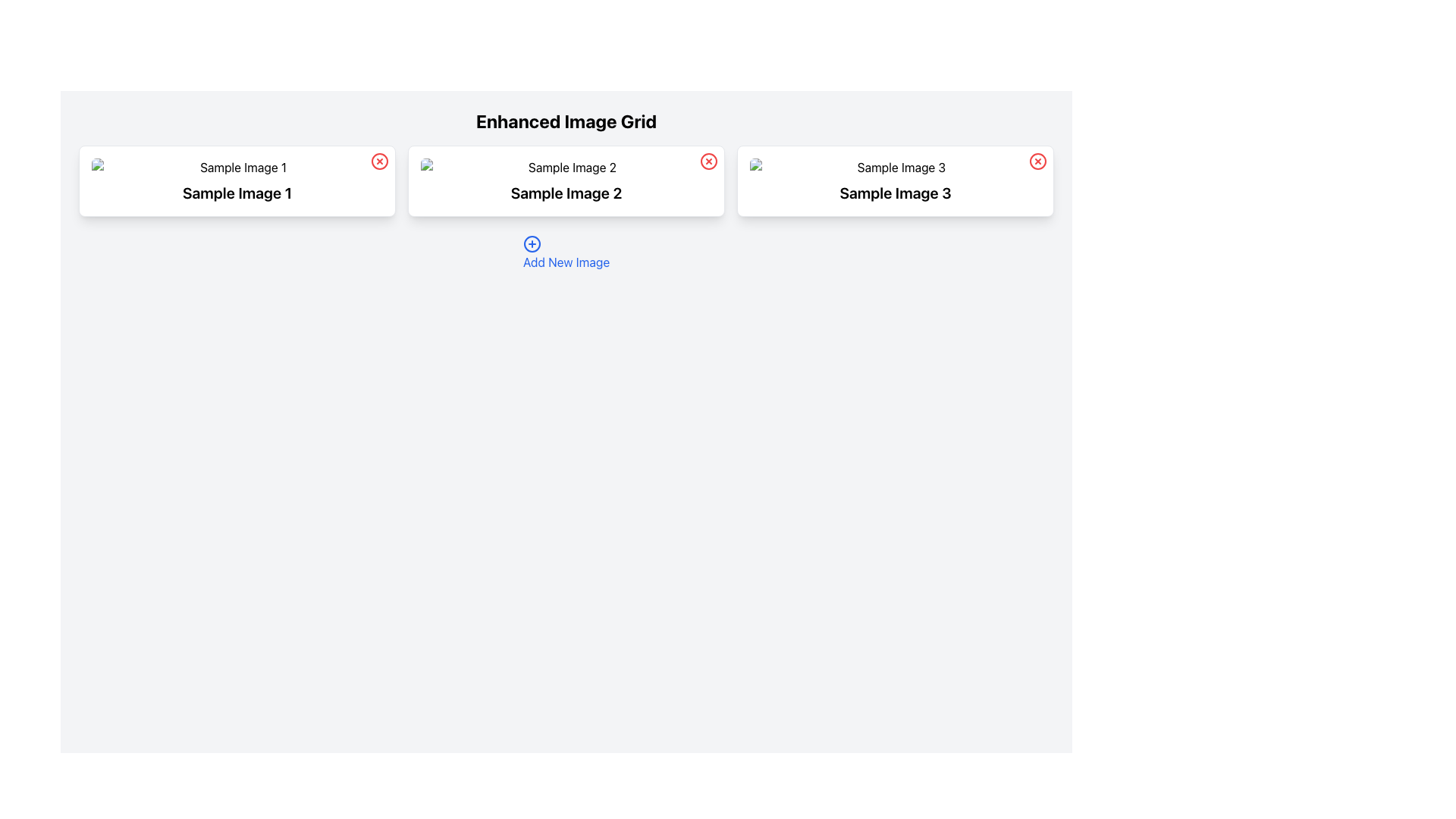  Describe the element at coordinates (236, 180) in the screenshot. I see `the first card in the grid that visually represents the item labeled 'Sample Image 1'` at that location.